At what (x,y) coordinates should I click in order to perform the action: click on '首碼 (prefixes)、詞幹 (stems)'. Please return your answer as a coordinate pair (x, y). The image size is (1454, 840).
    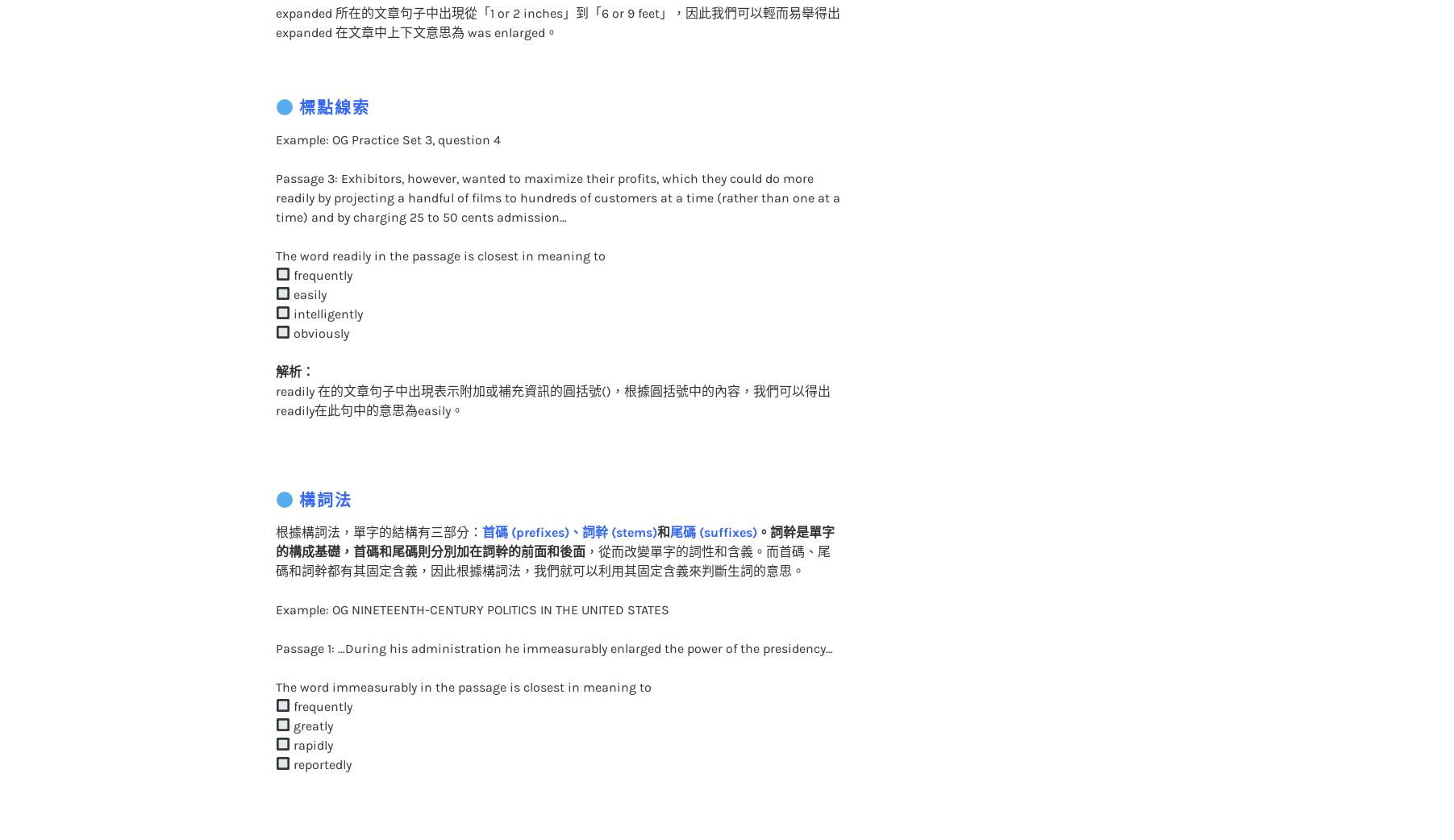
    Looking at the image, I should click on (568, 499).